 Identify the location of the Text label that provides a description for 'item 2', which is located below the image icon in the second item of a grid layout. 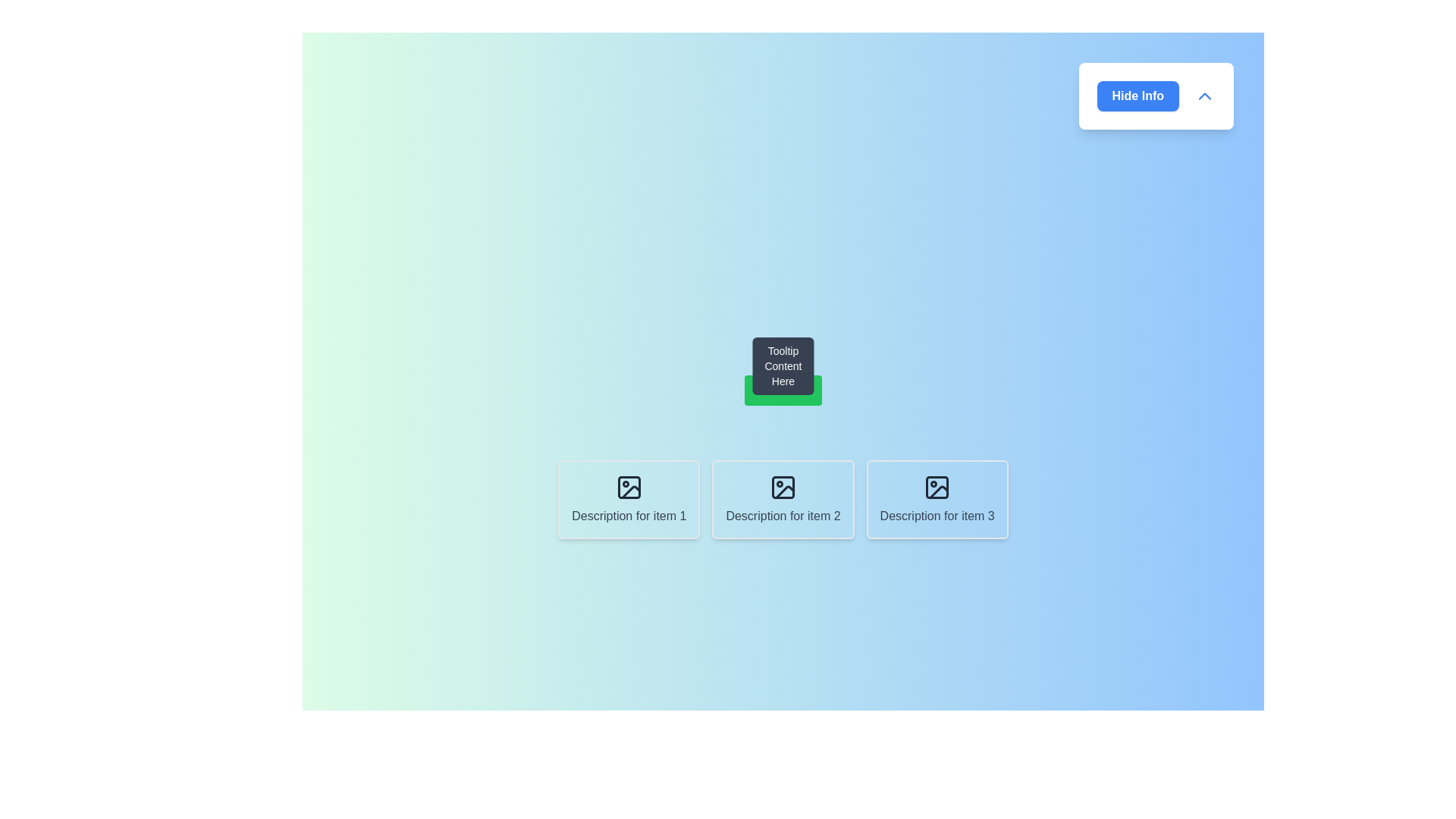
(783, 516).